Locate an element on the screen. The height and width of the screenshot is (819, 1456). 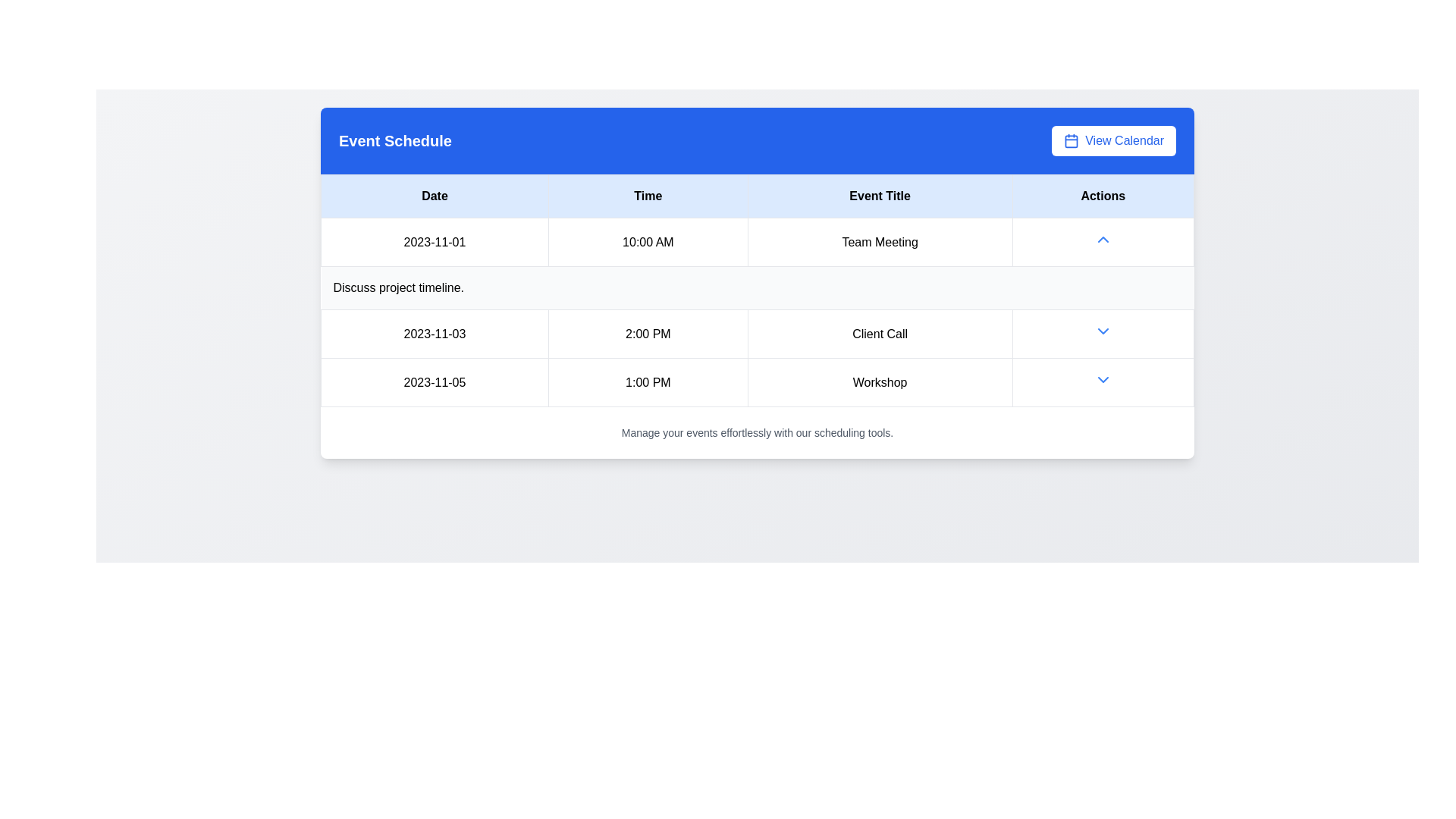
the 'Event Title' header text label, which is the third column in the header section of the table, positioned between 'Time' and 'Actions' is located at coordinates (880, 195).